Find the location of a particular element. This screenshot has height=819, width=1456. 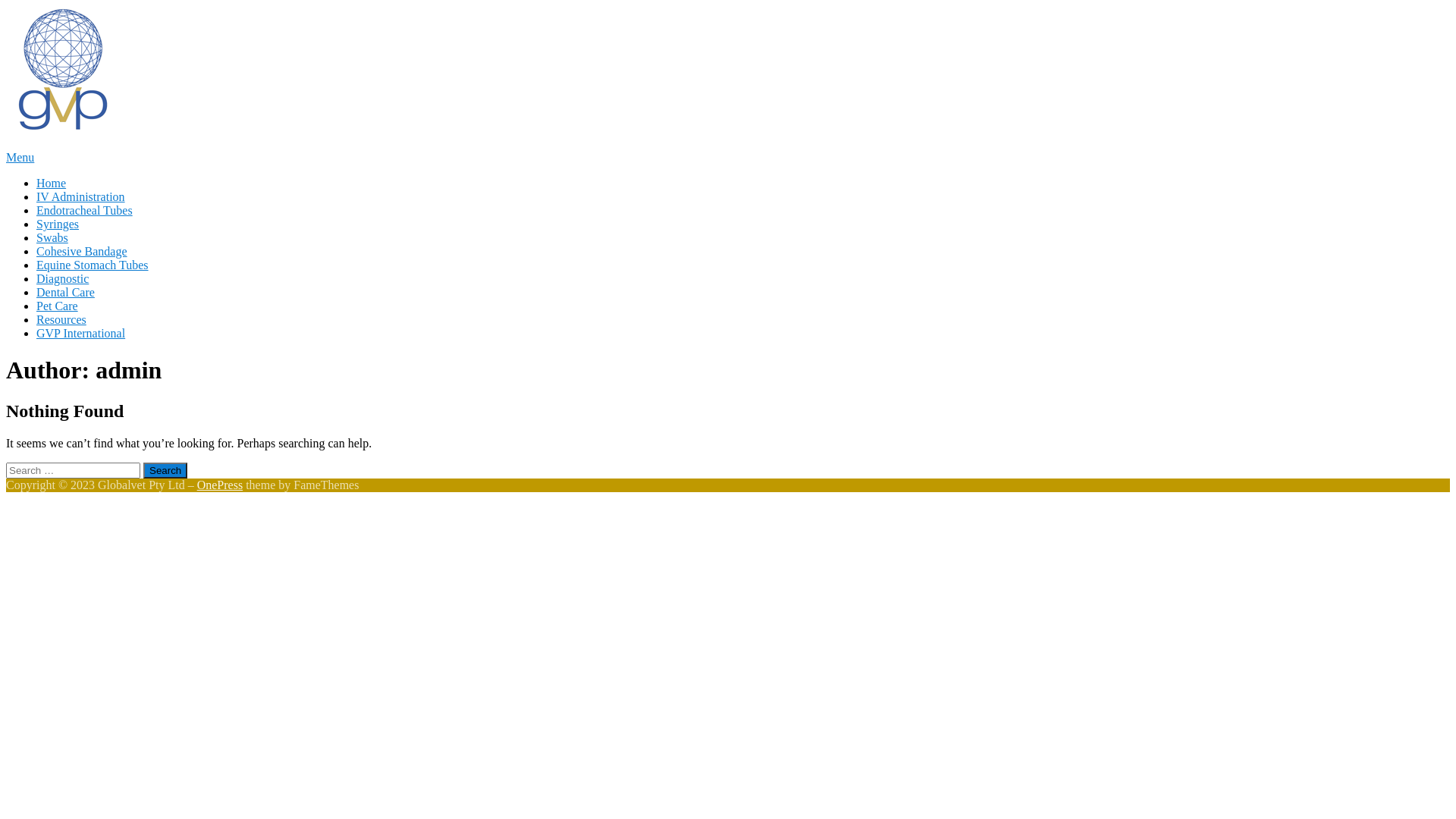

'Syringes' is located at coordinates (58, 224).